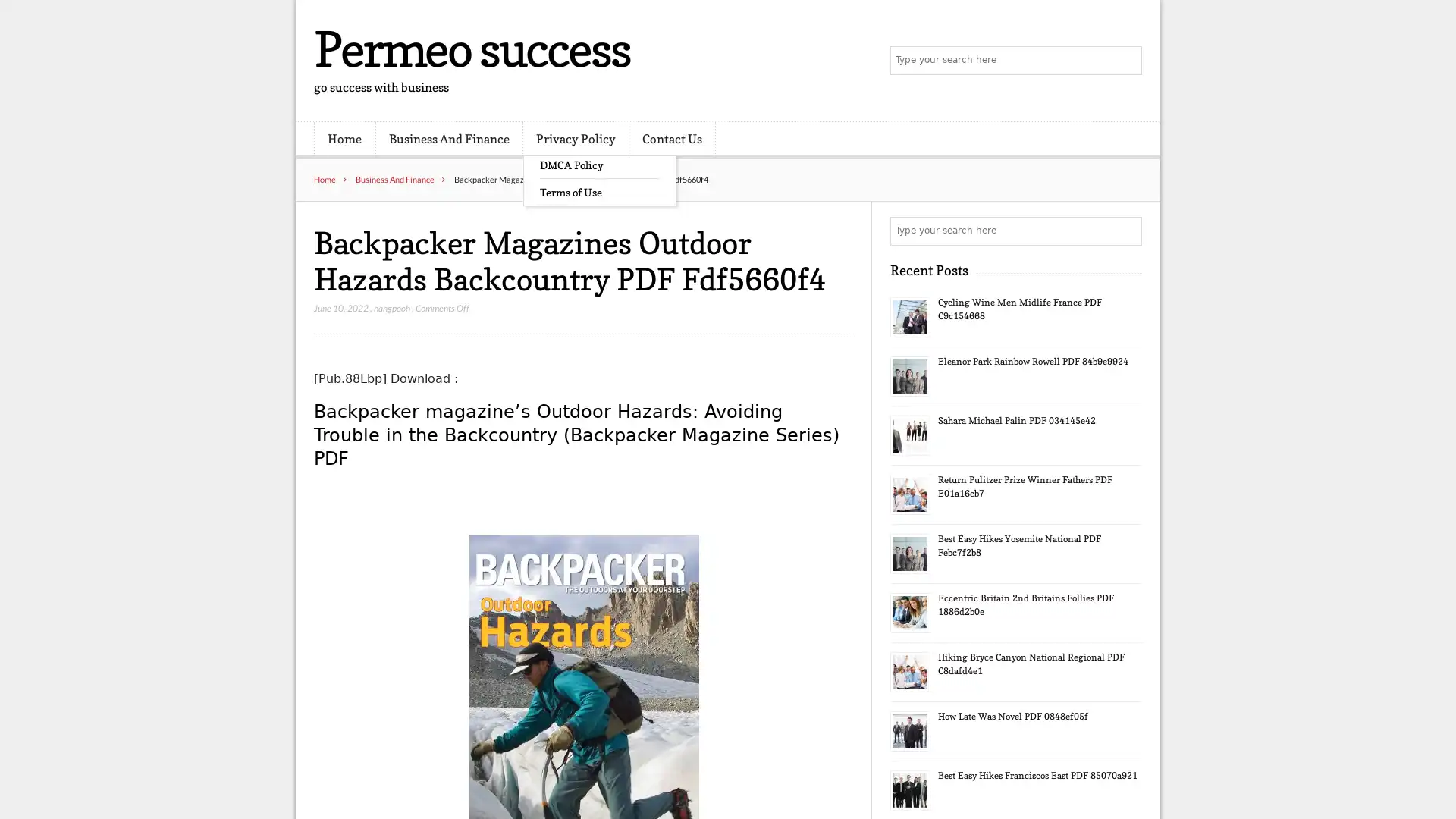 The image size is (1456, 819). I want to click on Search, so click(1126, 61).